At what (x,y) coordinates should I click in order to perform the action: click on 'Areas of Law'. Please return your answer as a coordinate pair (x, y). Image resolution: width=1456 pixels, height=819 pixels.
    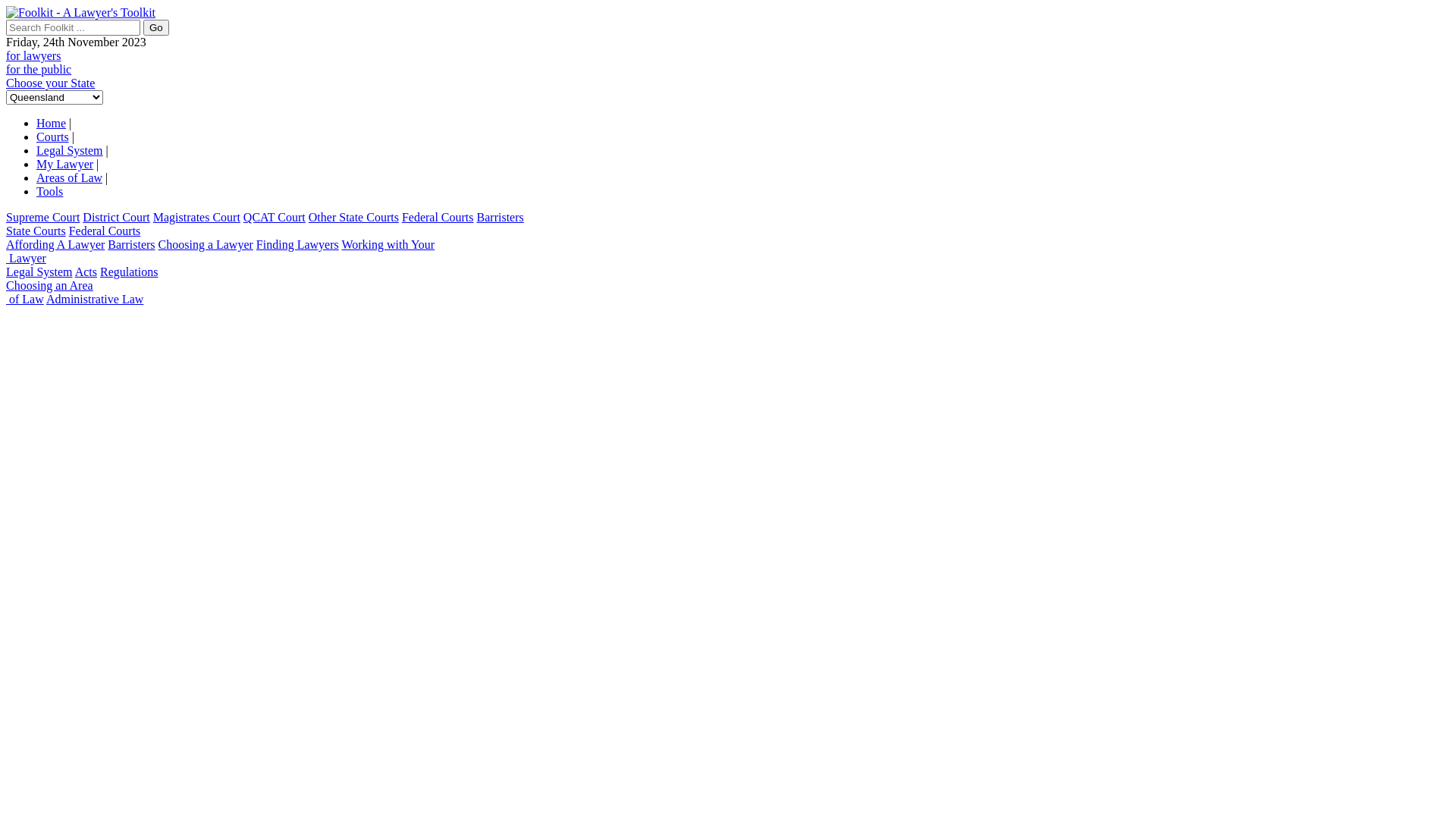
    Looking at the image, I should click on (68, 177).